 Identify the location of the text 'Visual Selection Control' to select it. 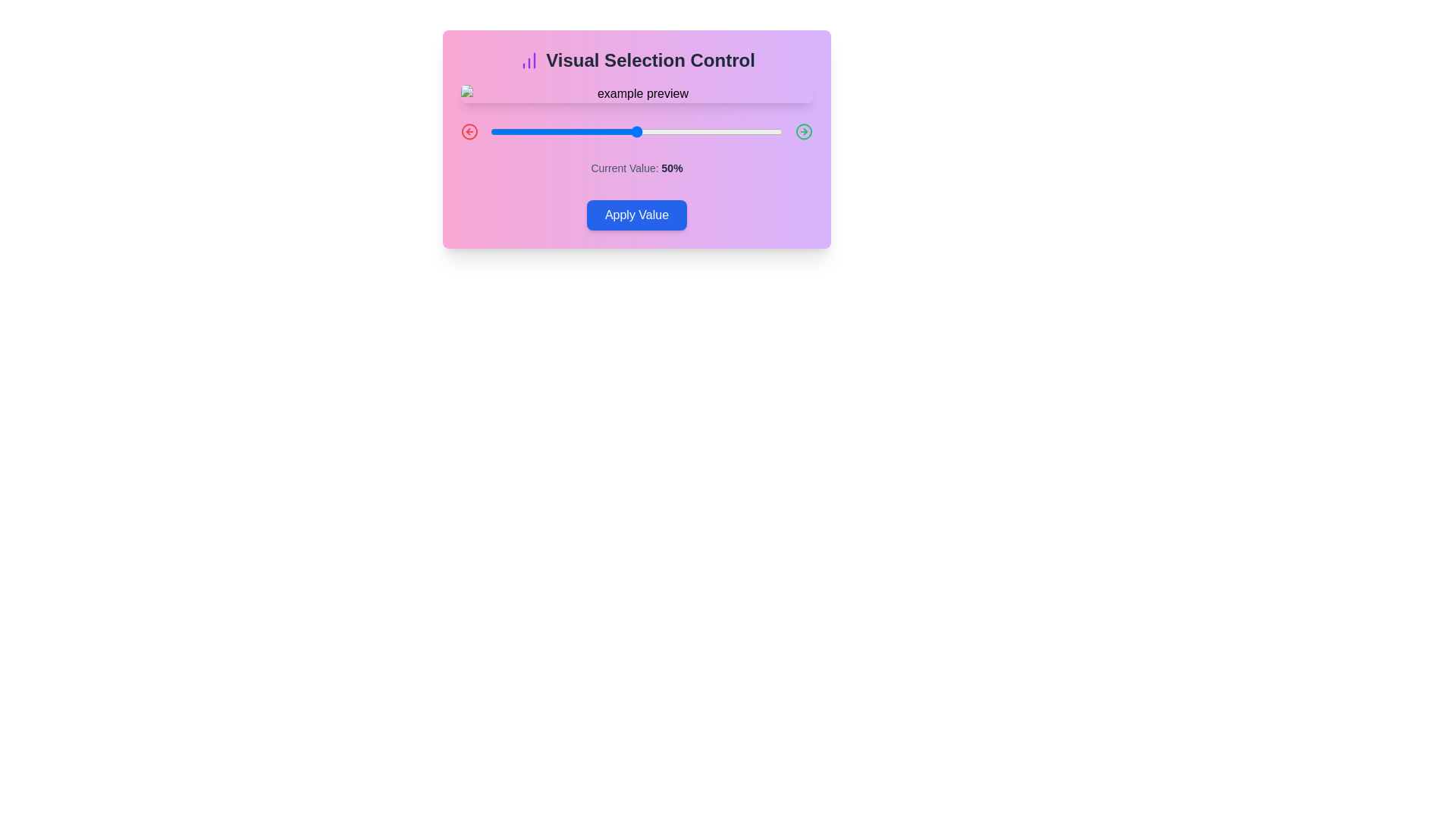
(637, 60).